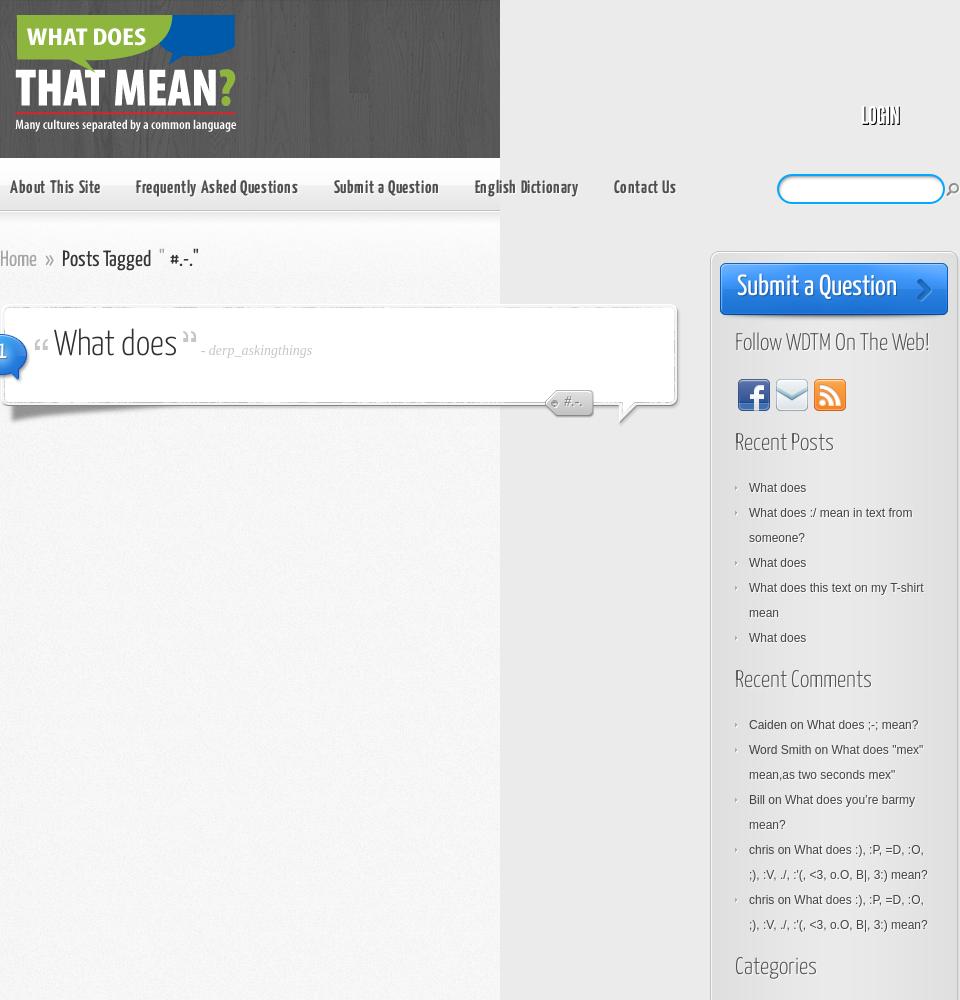 This screenshot has height=1000, width=960. Describe the element at coordinates (204, 349) in the screenshot. I see `'-'` at that location.